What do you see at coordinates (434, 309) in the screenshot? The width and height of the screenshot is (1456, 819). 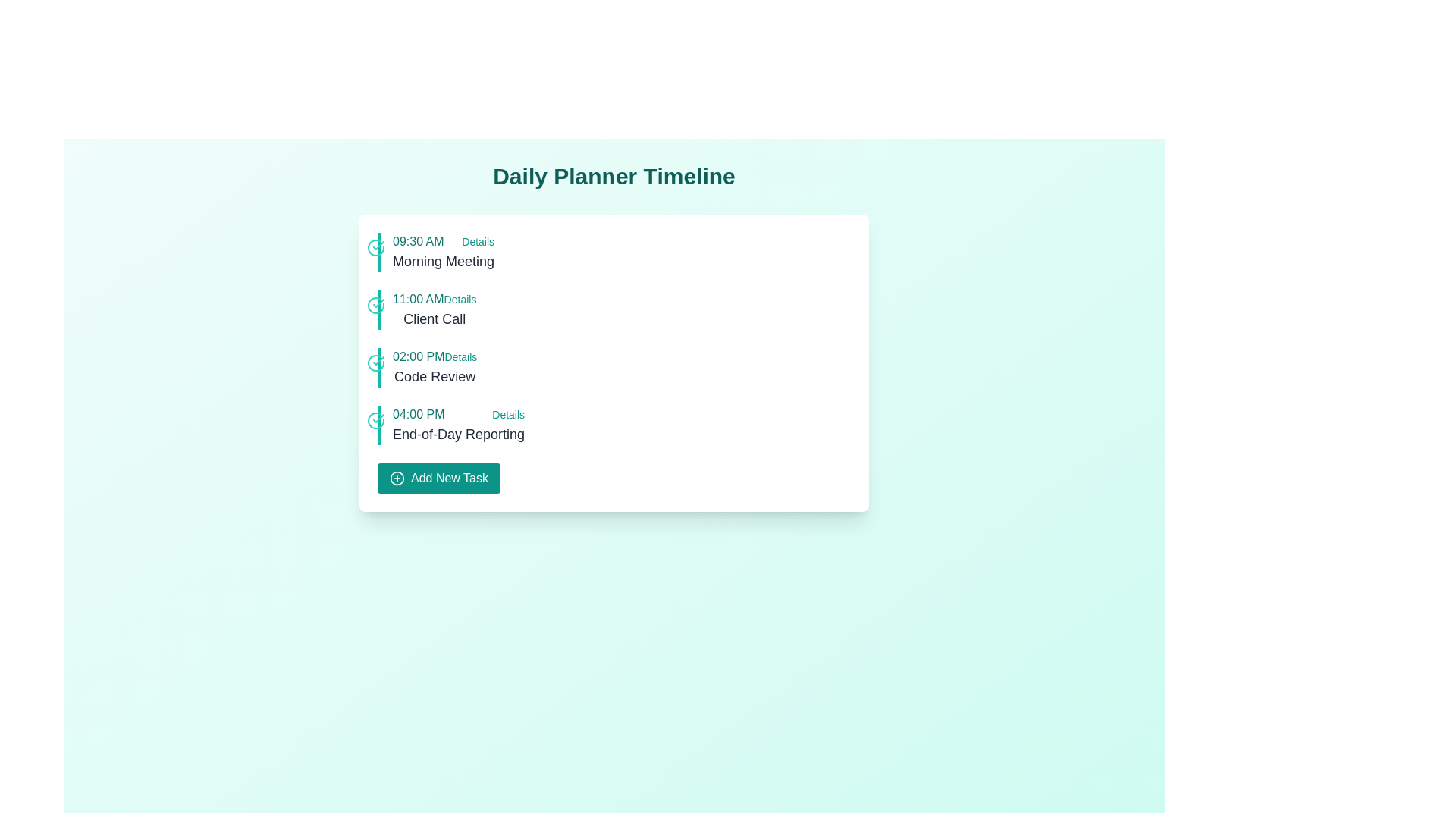 I see `text component displaying appointment details labeled 'Client Call' scheduled for 11:00 AM` at bounding box center [434, 309].